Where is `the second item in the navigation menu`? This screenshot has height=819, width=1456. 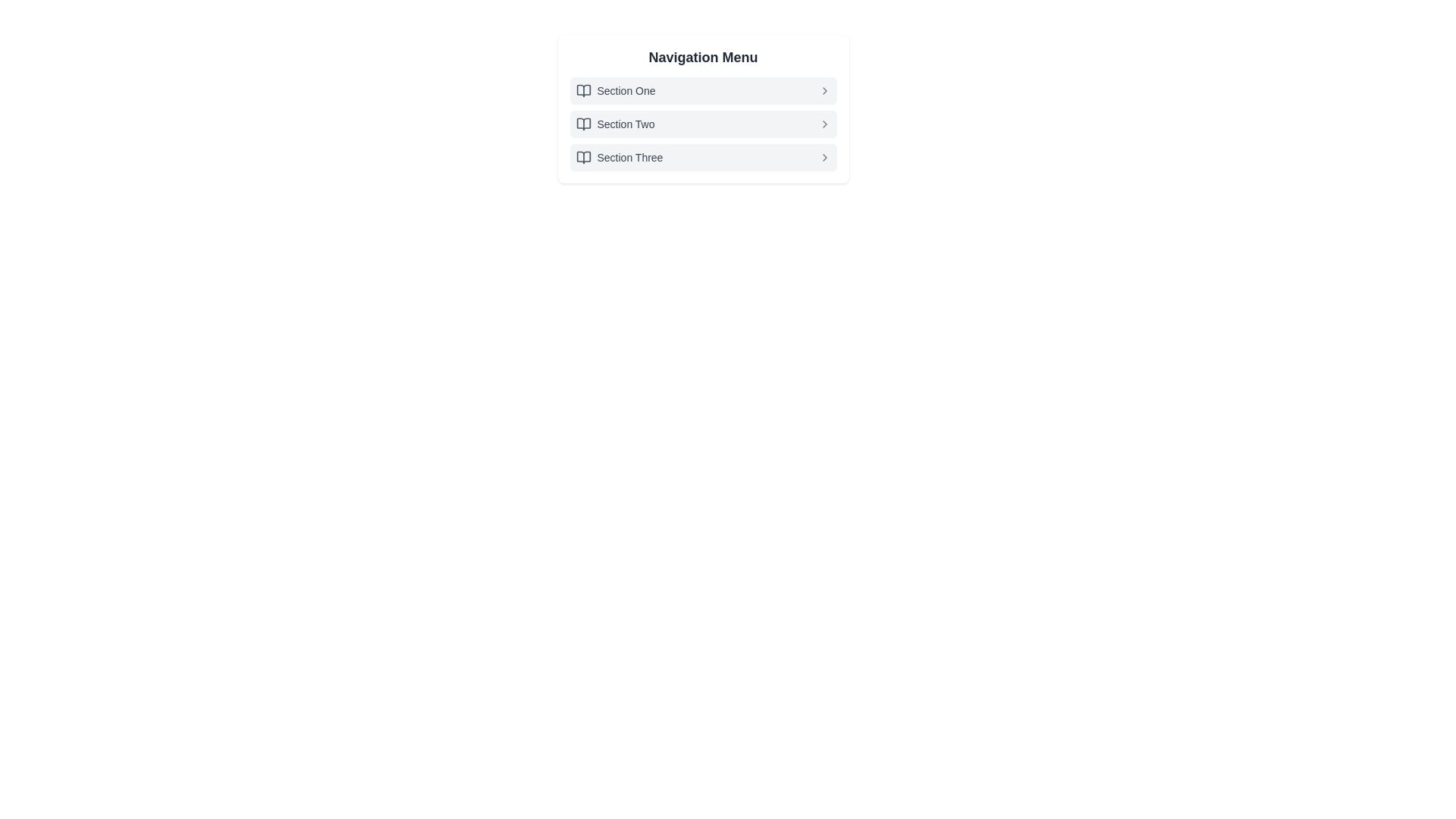 the second item in the navigation menu is located at coordinates (702, 124).